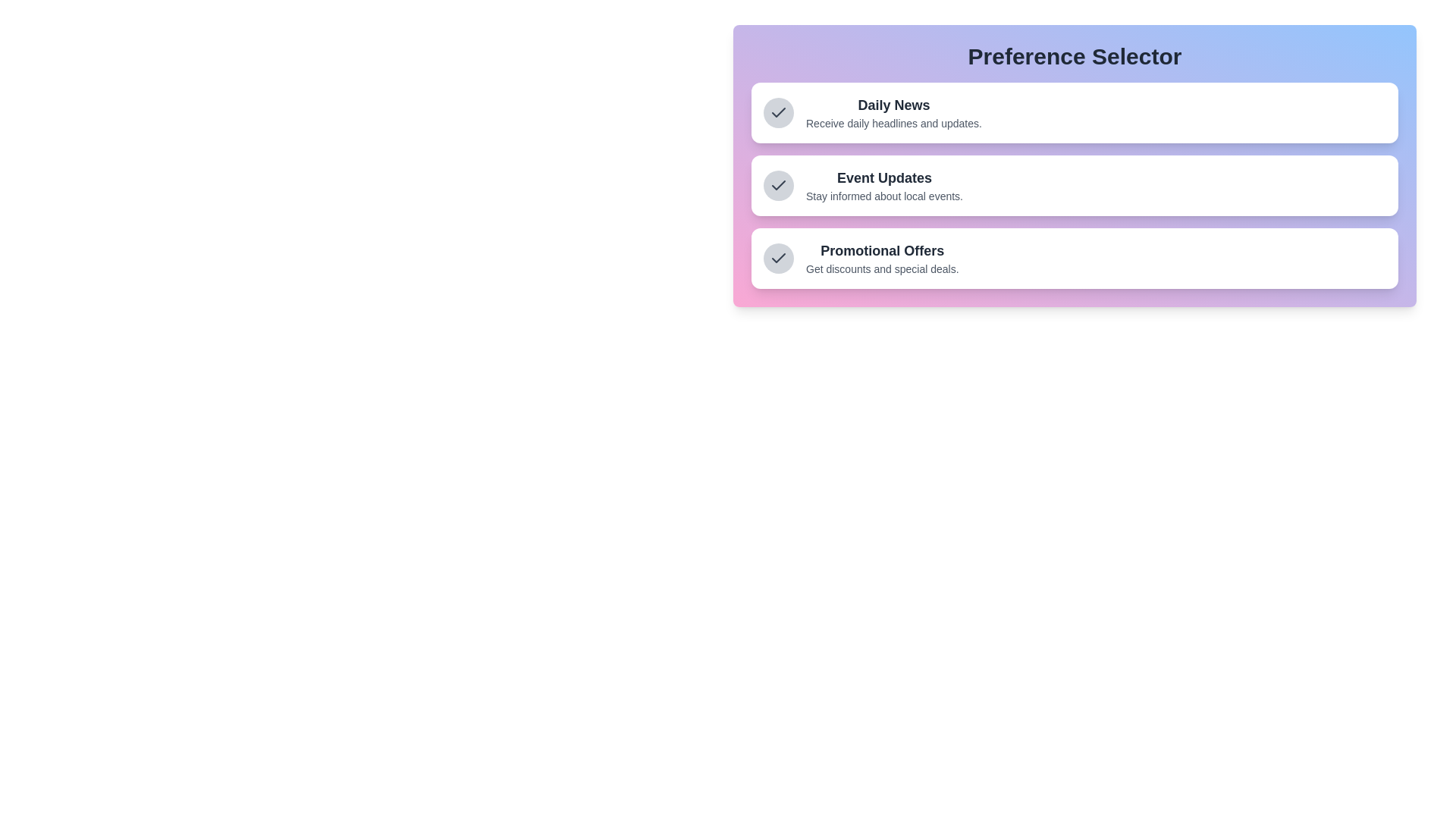 The width and height of the screenshot is (1456, 819). What do you see at coordinates (779, 112) in the screenshot?
I see `the preference item Daily News to focus on it` at bounding box center [779, 112].